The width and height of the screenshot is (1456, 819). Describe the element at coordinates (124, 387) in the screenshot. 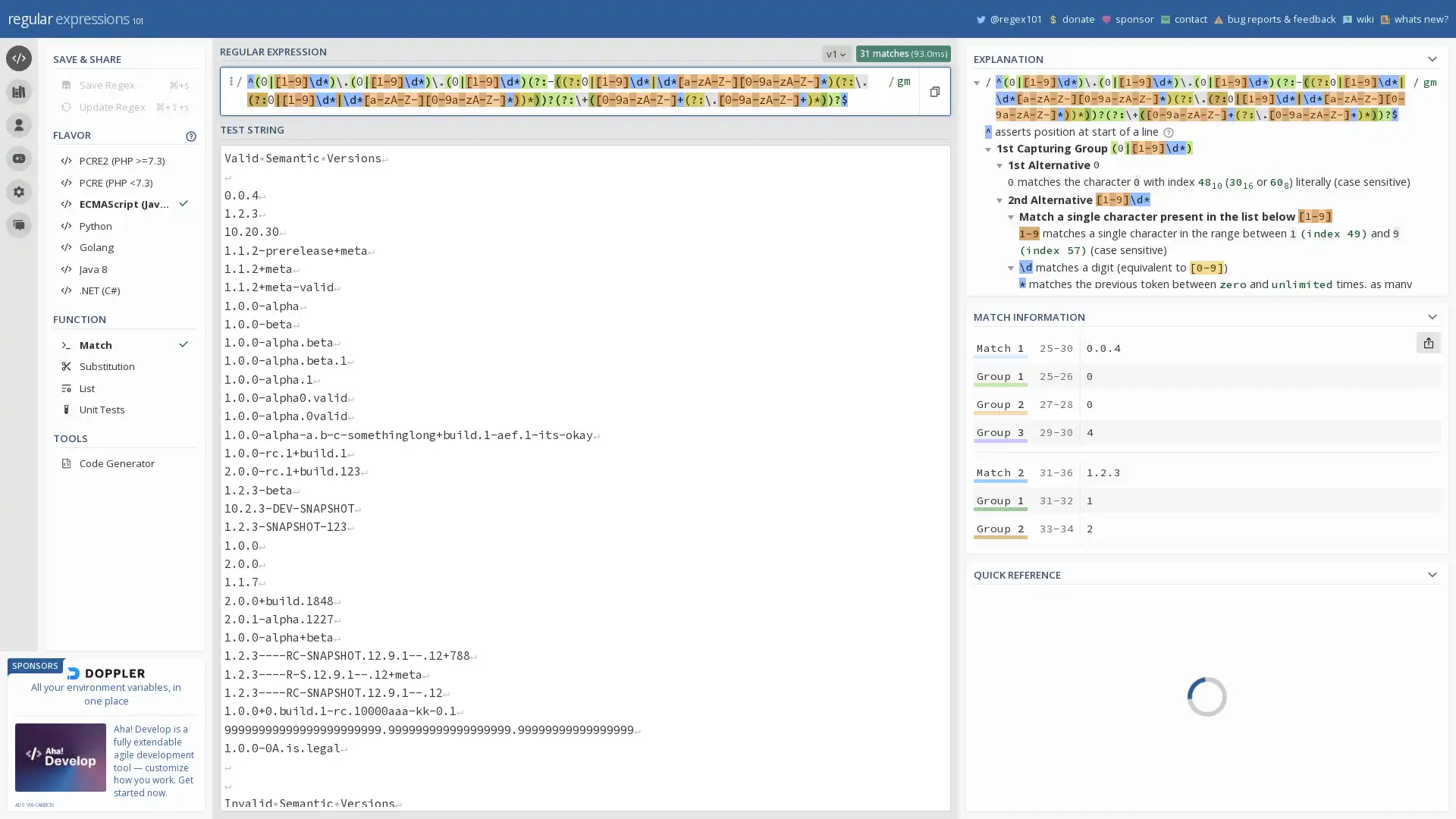

I see `List` at that location.